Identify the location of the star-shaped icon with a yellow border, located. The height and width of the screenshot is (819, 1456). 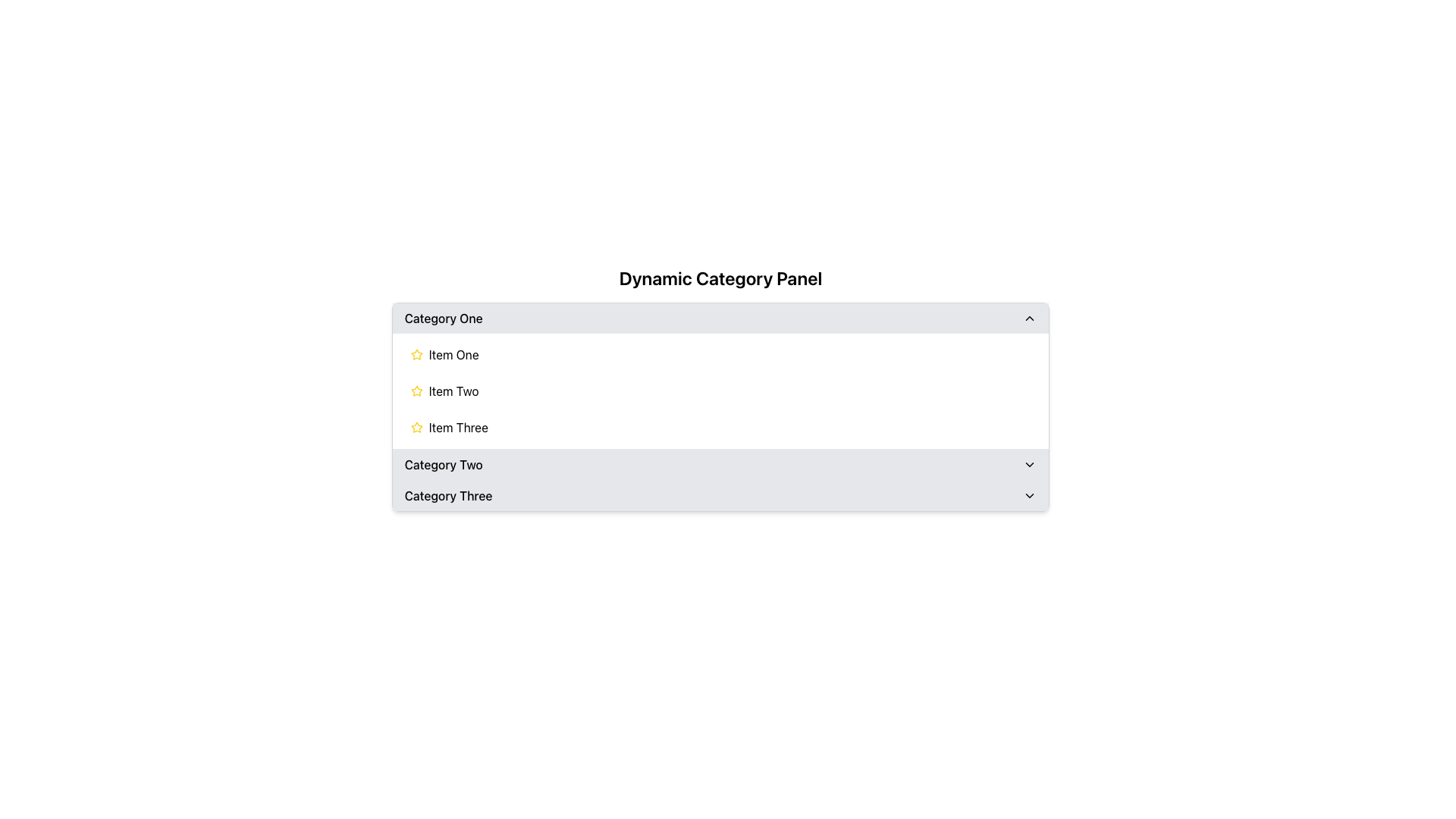
(416, 427).